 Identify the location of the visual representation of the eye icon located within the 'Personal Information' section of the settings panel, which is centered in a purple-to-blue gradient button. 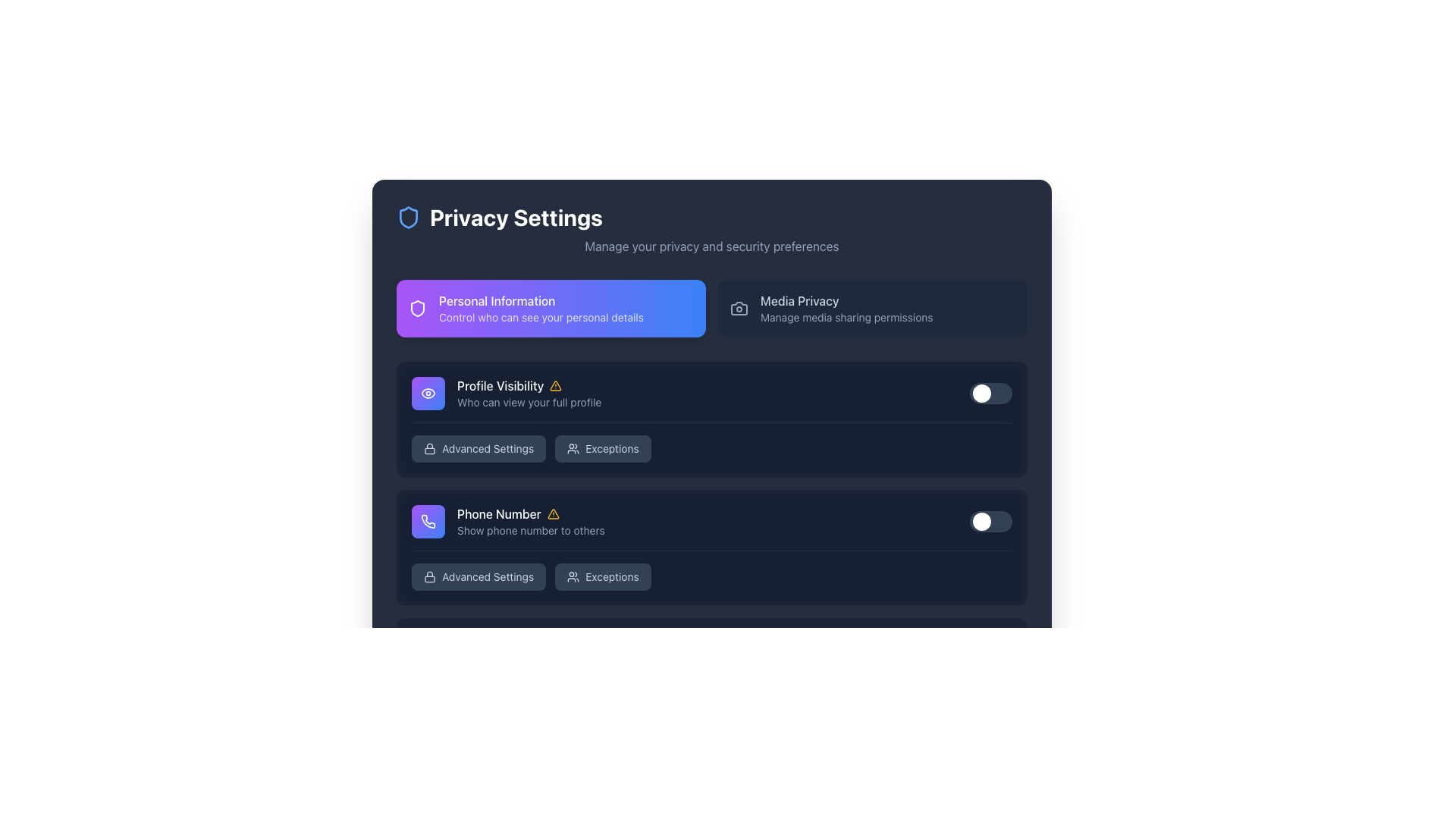
(428, 393).